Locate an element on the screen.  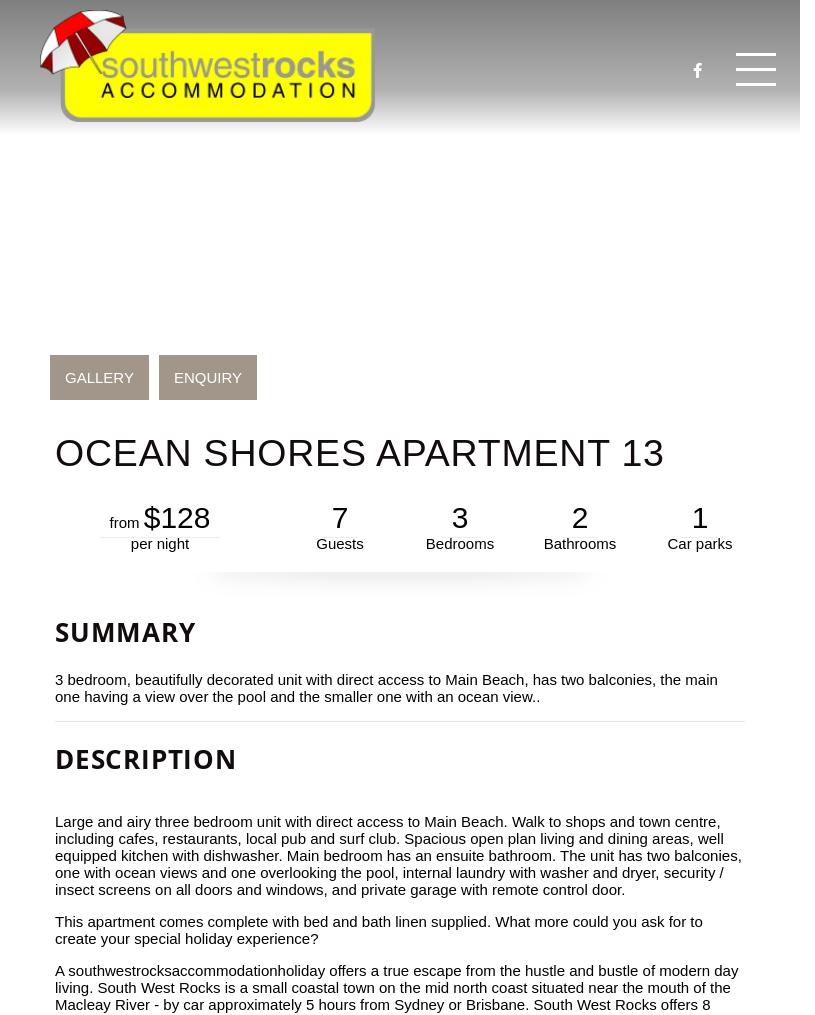
'Ocean Shores Apartment 13' is located at coordinates (358, 451).